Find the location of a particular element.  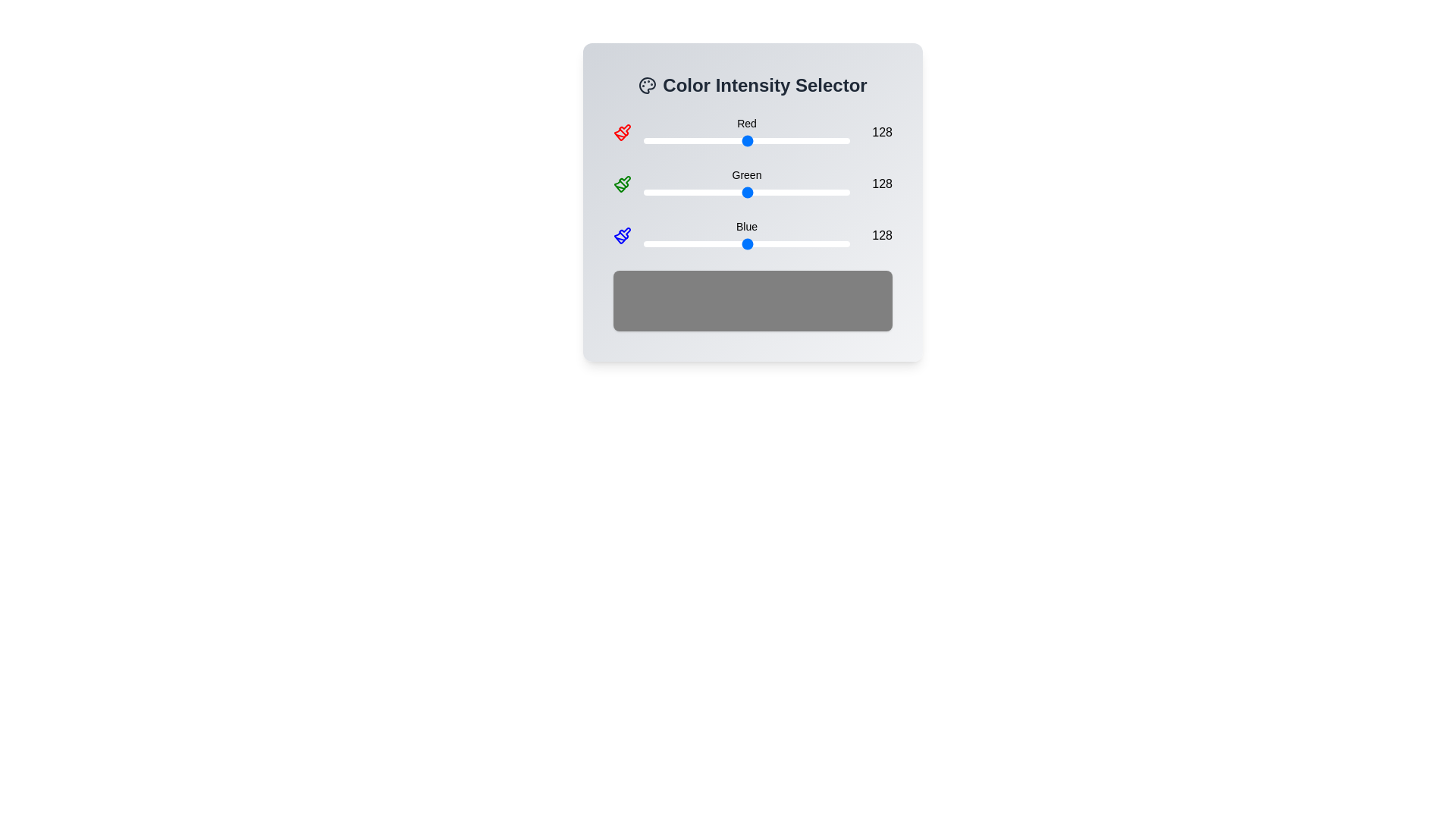

the green intensity is located at coordinates (668, 192).